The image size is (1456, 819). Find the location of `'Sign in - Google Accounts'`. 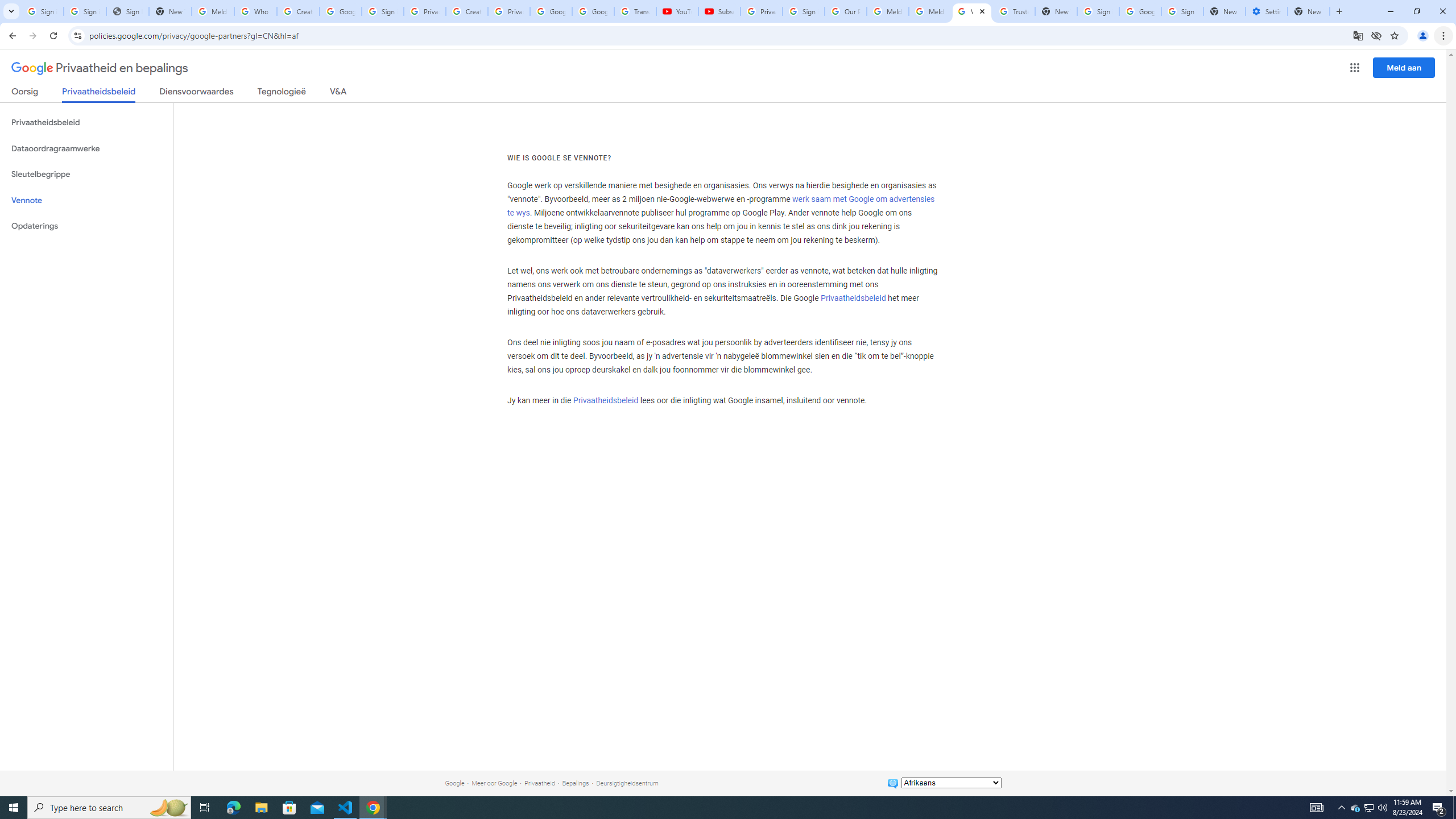

'Sign in - Google Accounts' is located at coordinates (382, 11).